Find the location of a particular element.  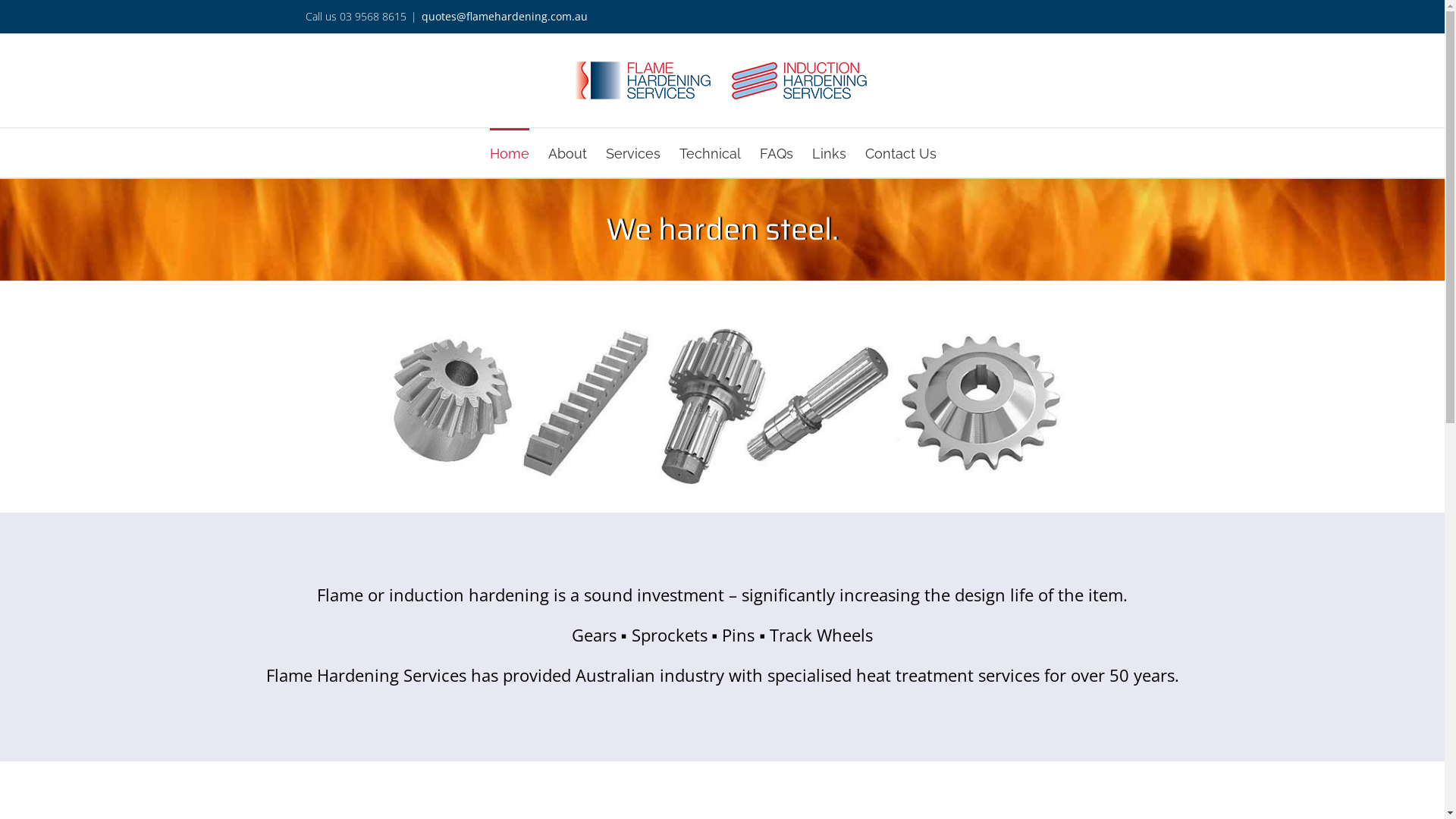

'home-header-4' is located at coordinates (372, 403).